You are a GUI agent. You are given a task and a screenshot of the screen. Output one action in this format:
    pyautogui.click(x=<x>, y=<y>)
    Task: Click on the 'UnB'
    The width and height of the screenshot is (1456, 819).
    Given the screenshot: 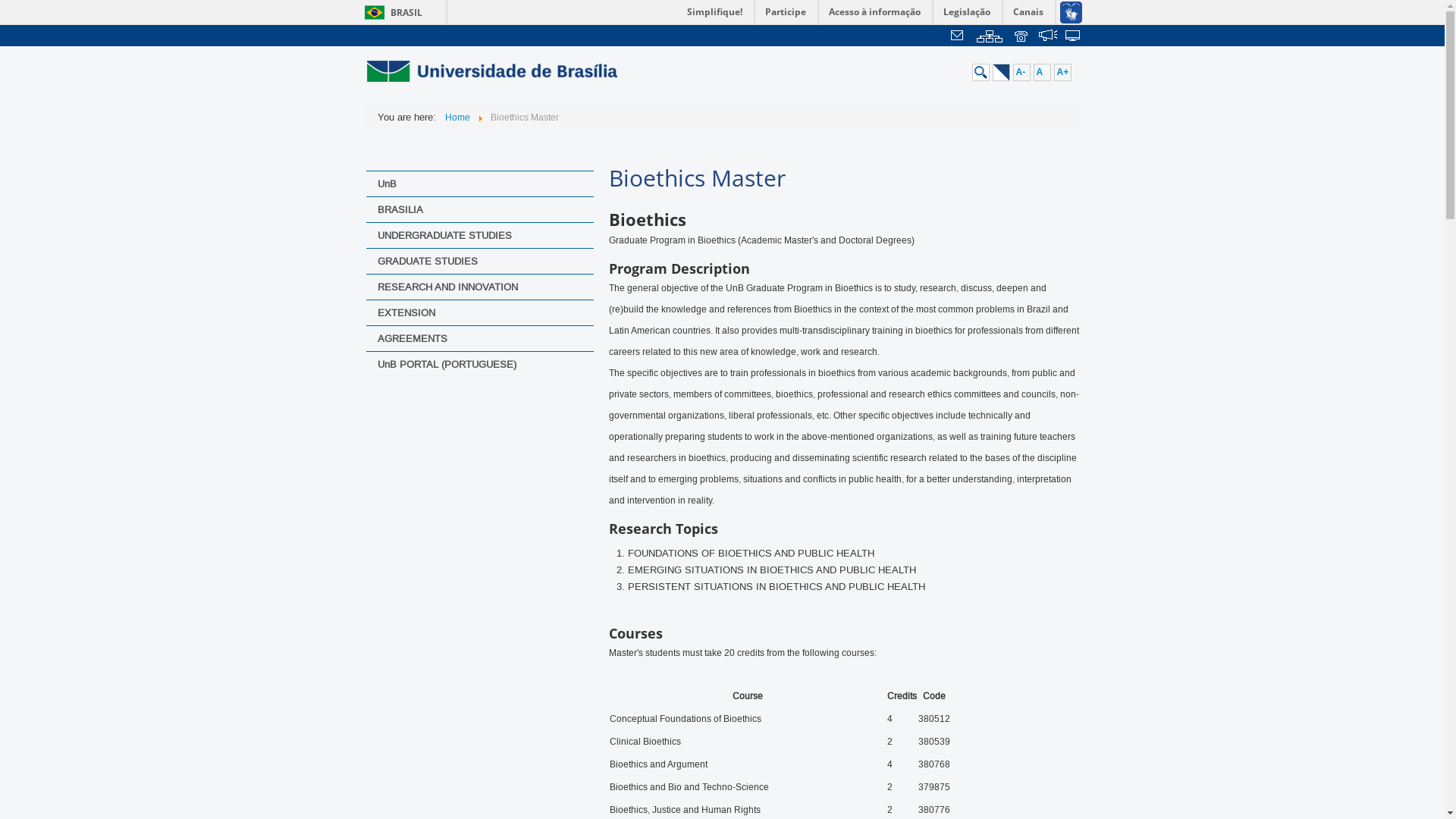 What is the action you would take?
    pyautogui.click(x=479, y=183)
    